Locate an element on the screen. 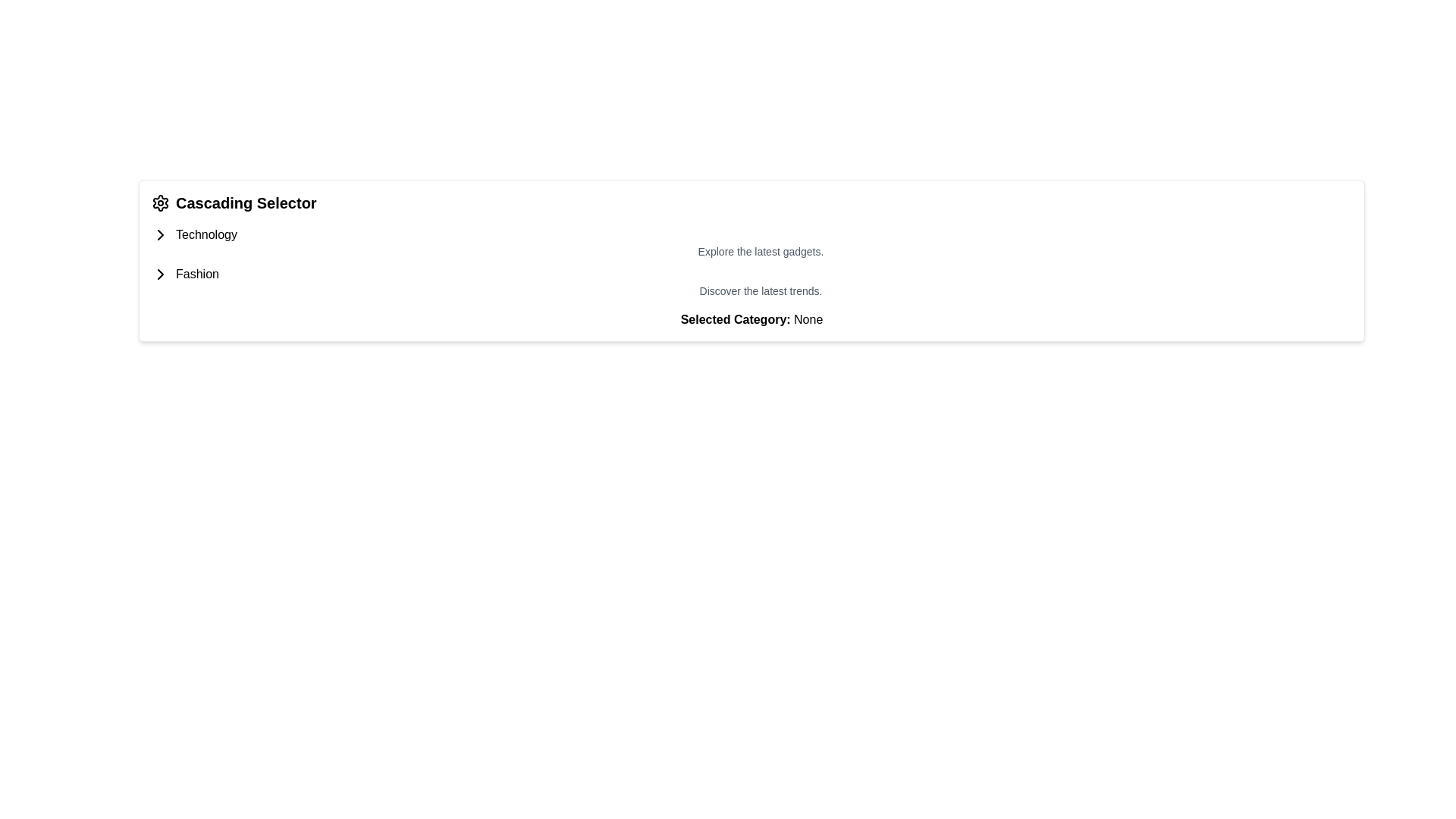 This screenshot has height=819, width=1456. the static descriptive text displaying 'Discover the latest trends.' which is positioned beneath the 'Fashion' section is located at coordinates (752, 291).